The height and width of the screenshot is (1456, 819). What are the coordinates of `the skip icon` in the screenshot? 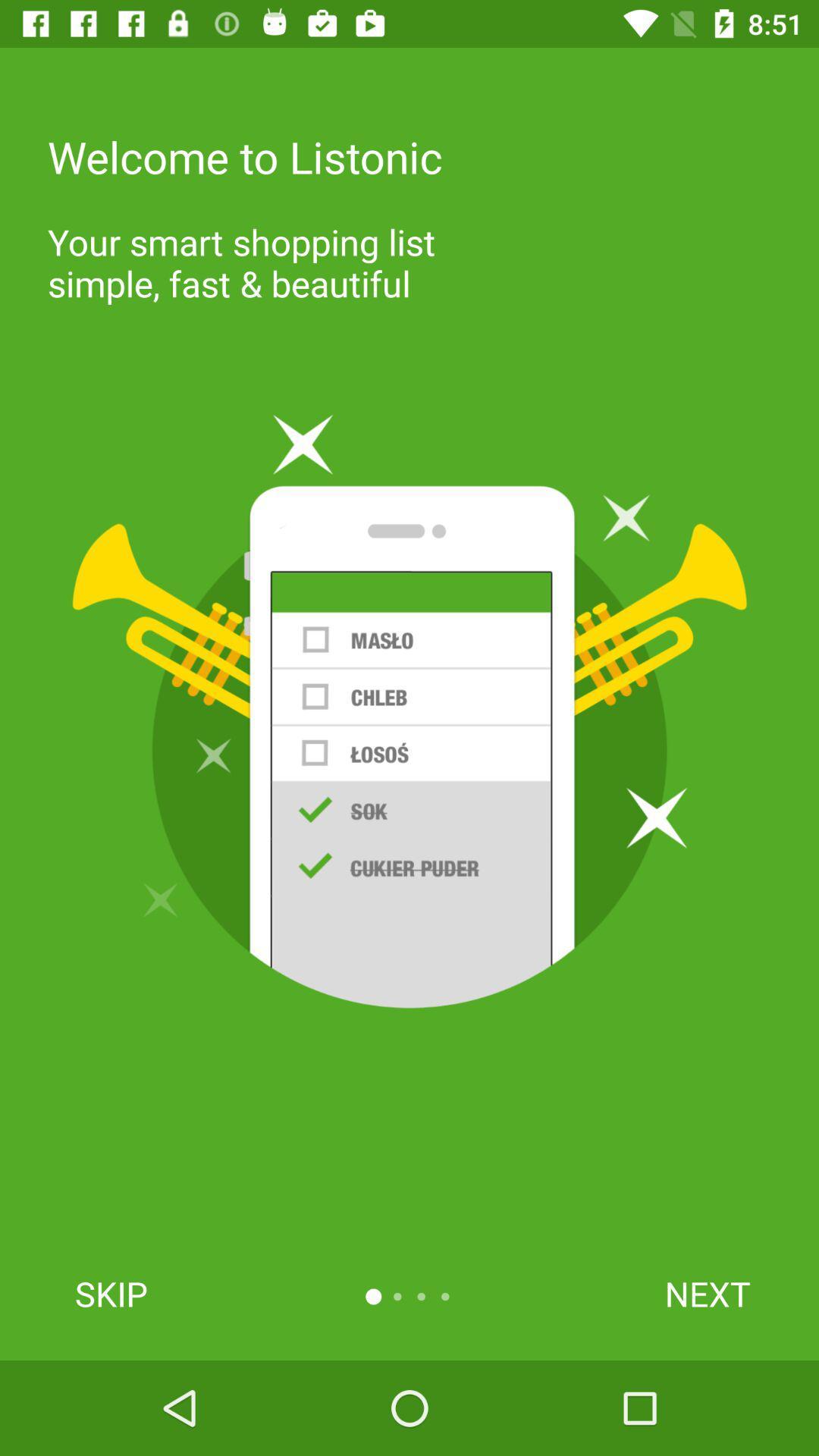 It's located at (110, 1293).